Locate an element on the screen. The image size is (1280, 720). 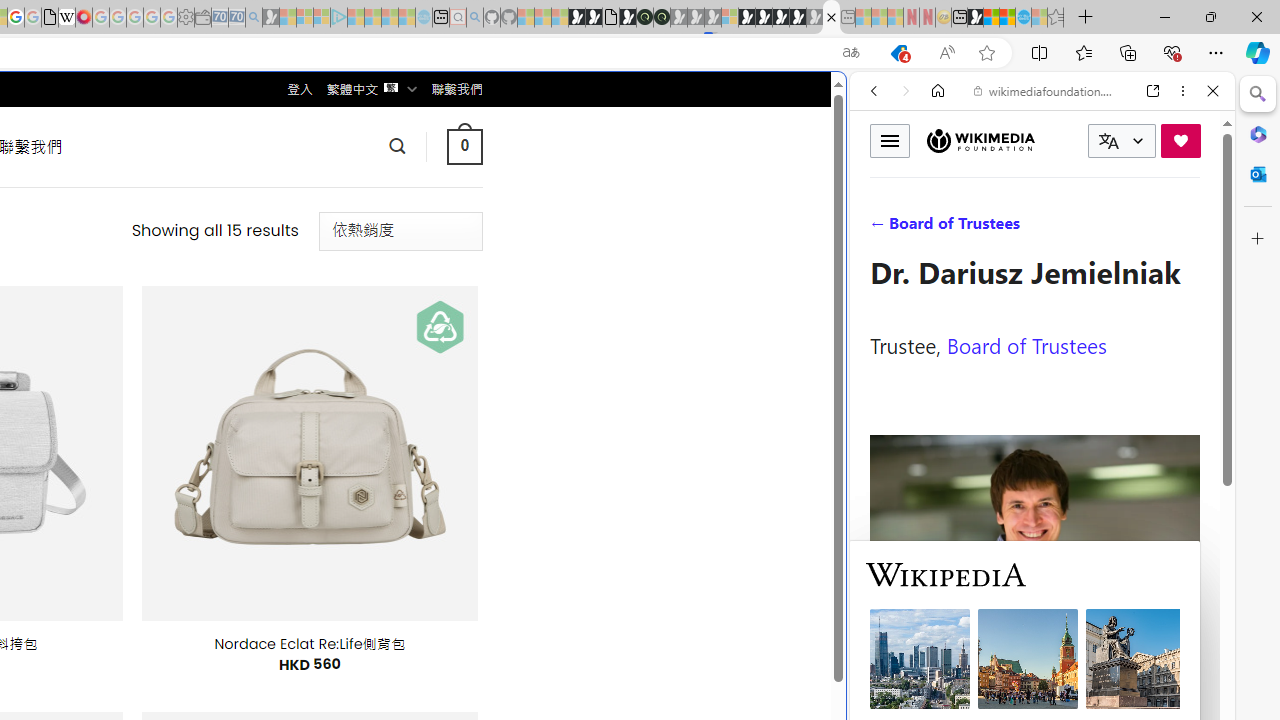
'Search Filter, VIDEOS' is located at coordinates (1006, 227).